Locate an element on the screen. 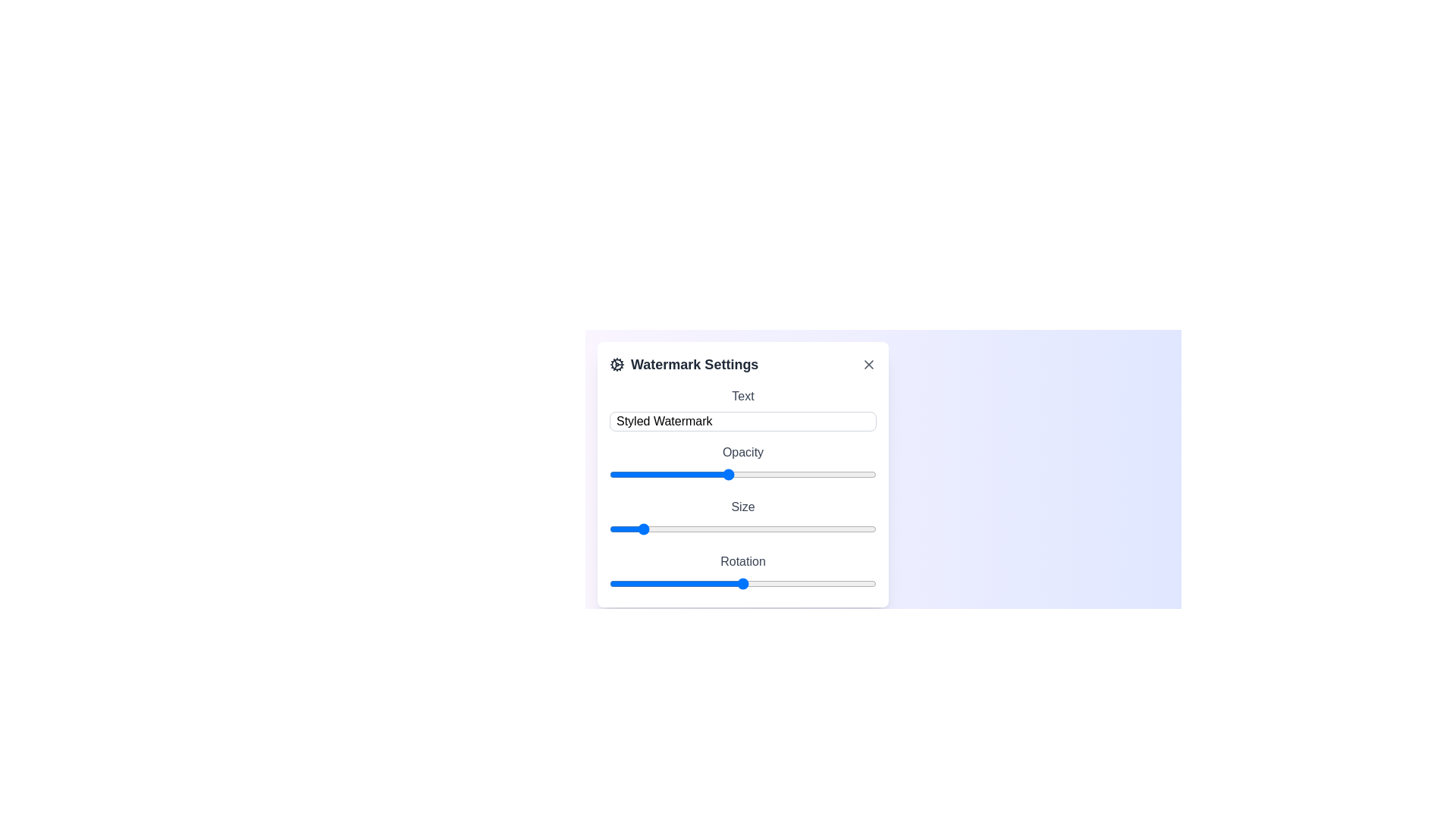  within the Settings Panel, which has a white background and contains user interface components like 'Watermark Settings', to interact with its sub-elements is located at coordinates (883, 459).